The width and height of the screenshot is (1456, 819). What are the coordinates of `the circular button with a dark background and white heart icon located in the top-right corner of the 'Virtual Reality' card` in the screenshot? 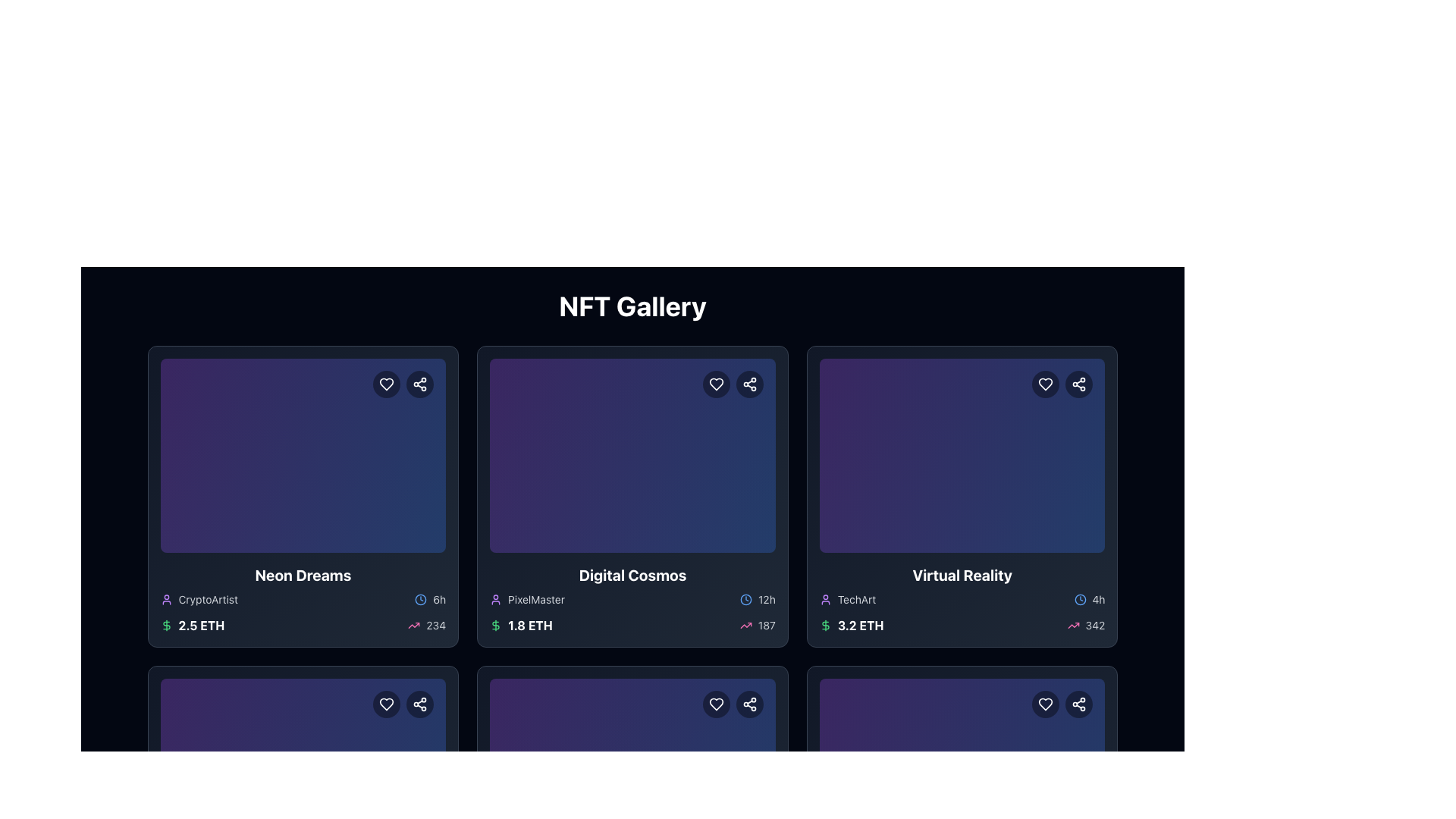 It's located at (1045, 383).